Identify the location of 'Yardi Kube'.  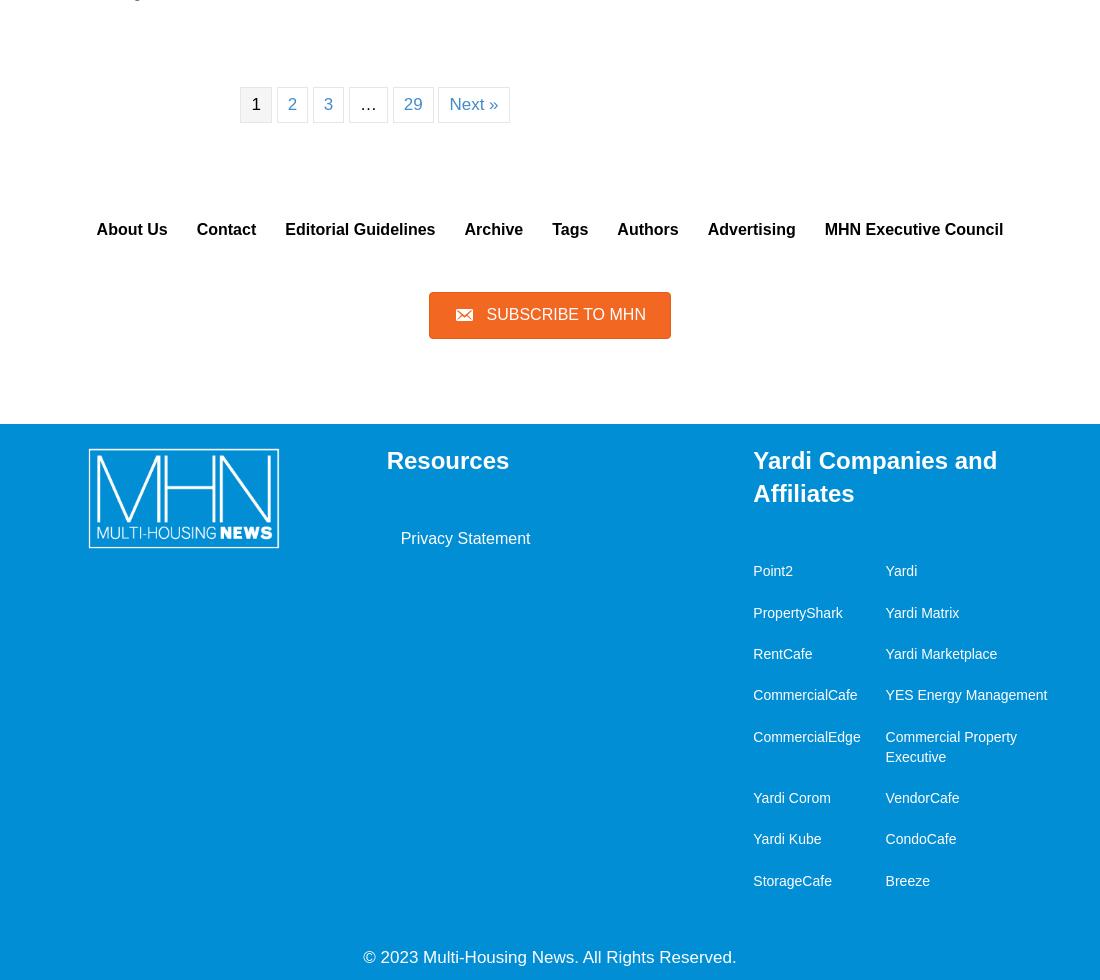
(787, 838).